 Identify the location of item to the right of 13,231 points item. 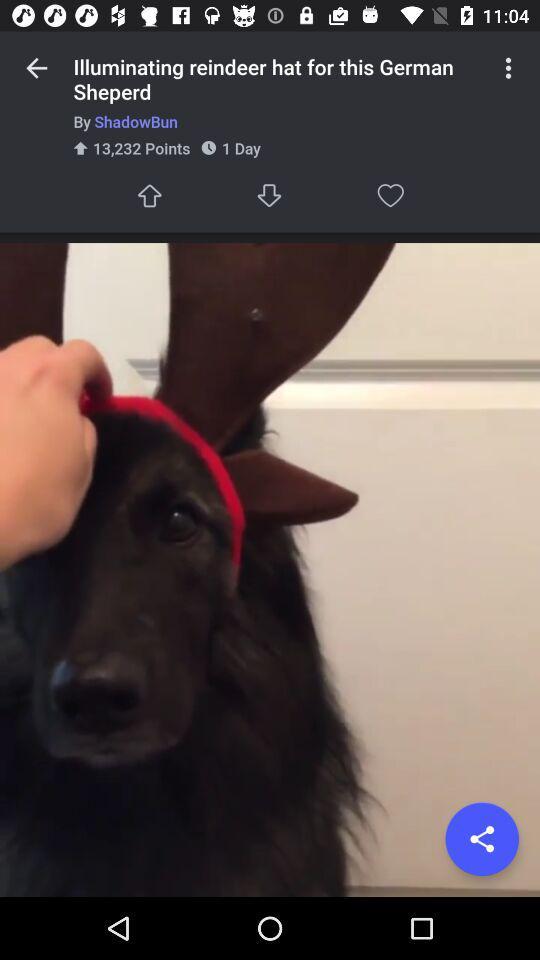
(270, 195).